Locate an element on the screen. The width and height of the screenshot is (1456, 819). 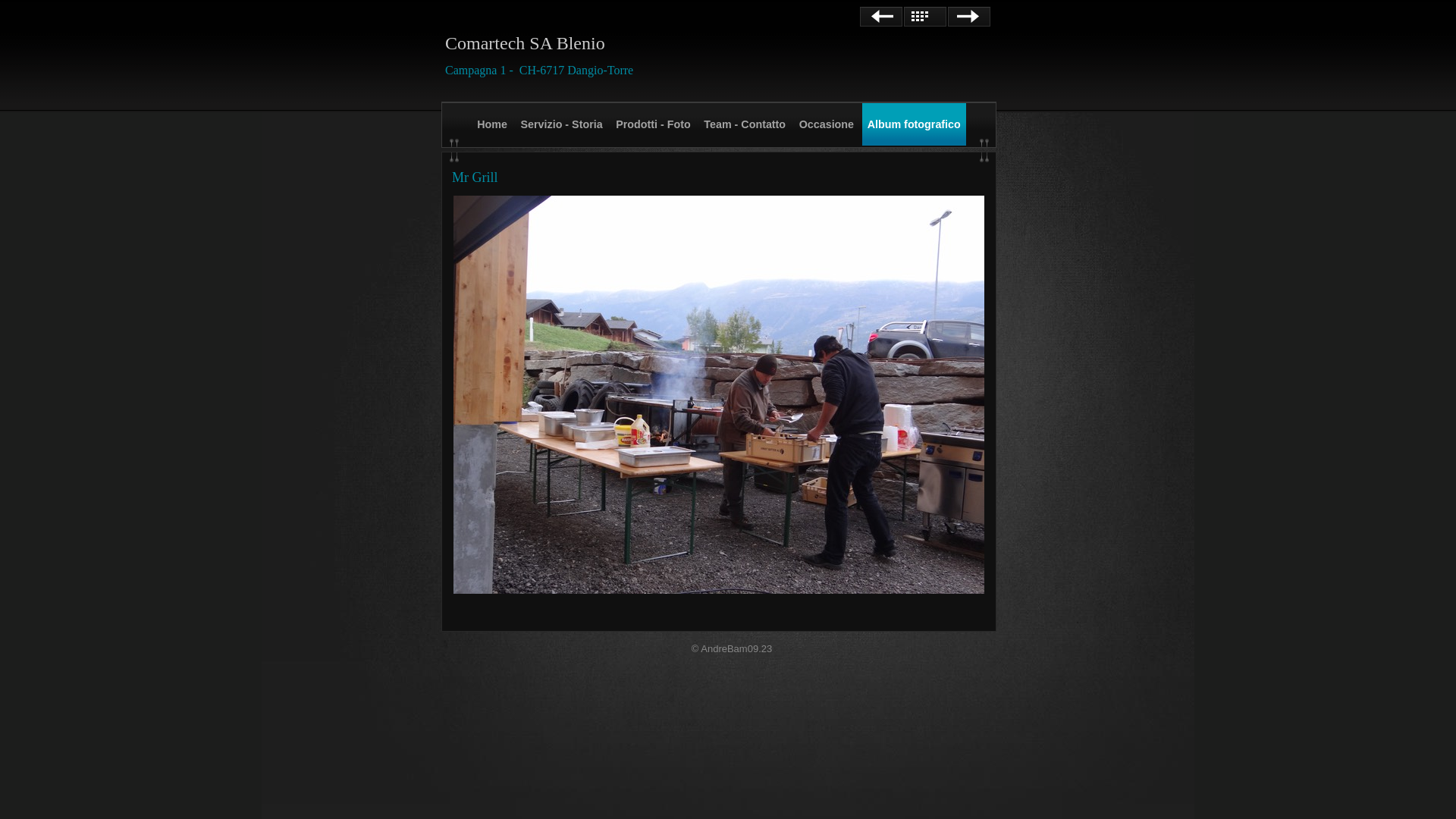
'Avanti' is located at coordinates (968, 17).